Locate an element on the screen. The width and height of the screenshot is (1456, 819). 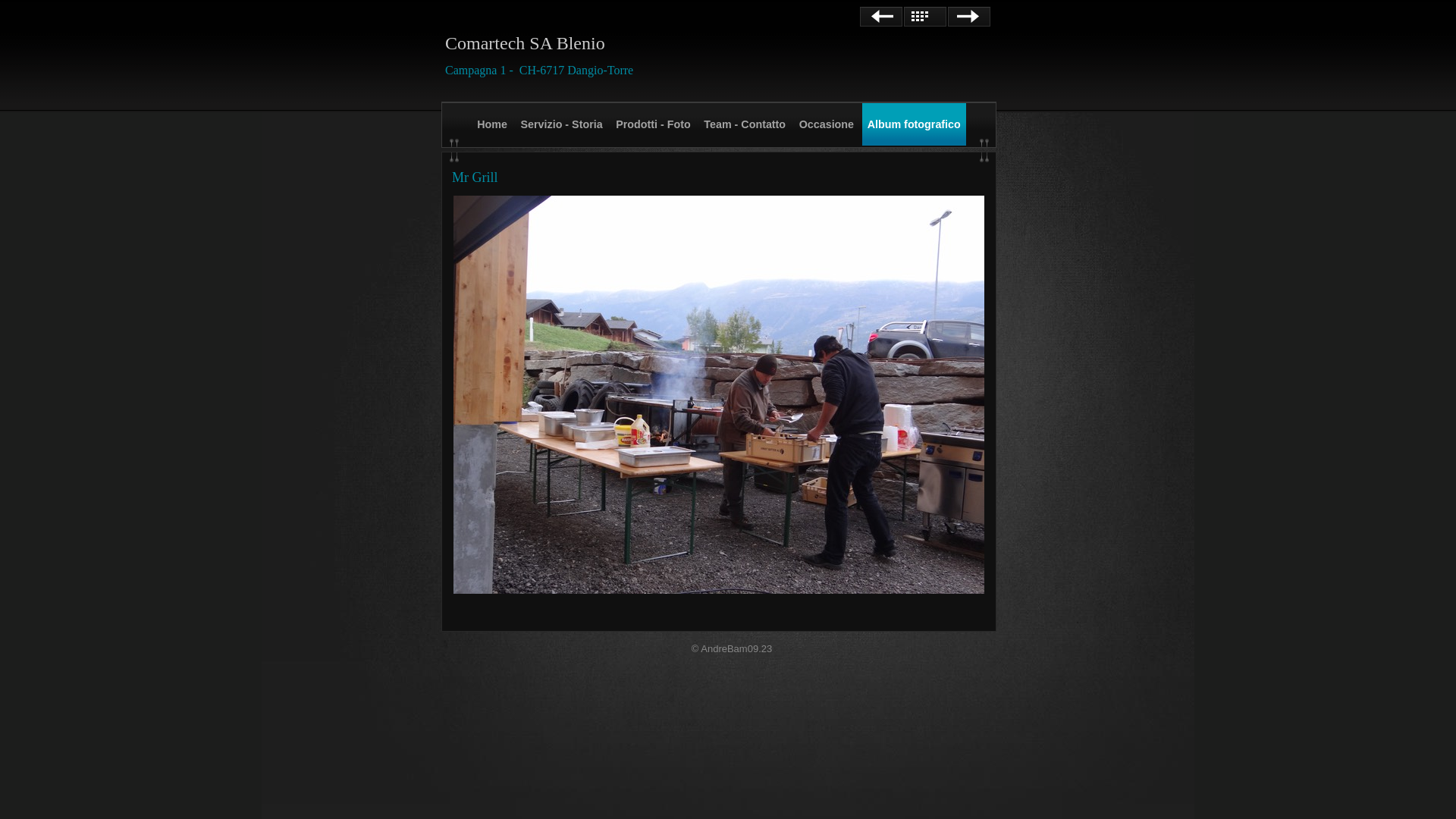
'Avanti' is located at coordinates (968, 17).